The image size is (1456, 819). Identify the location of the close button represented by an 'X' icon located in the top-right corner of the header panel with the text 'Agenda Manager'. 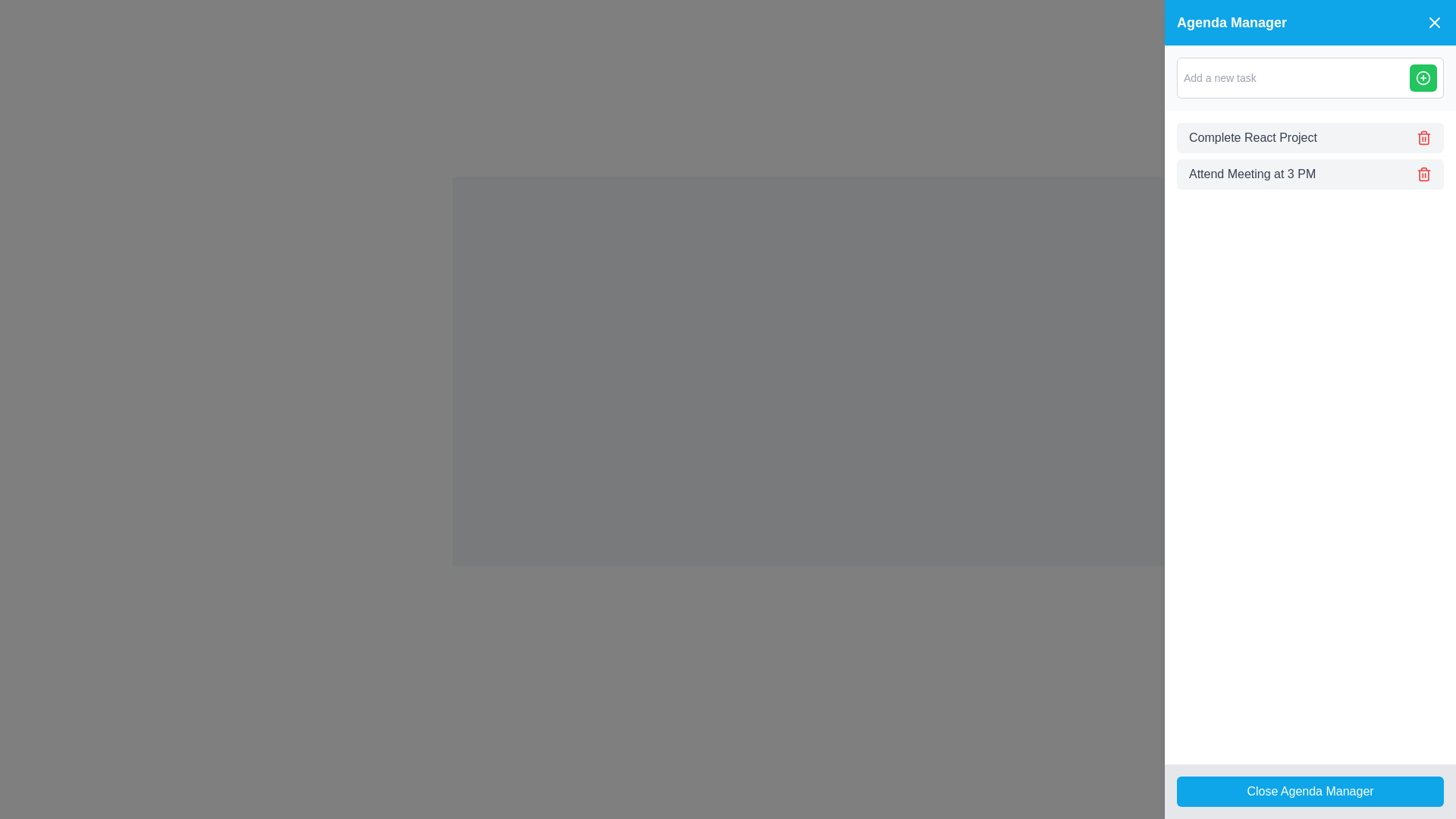
(1433, 23).